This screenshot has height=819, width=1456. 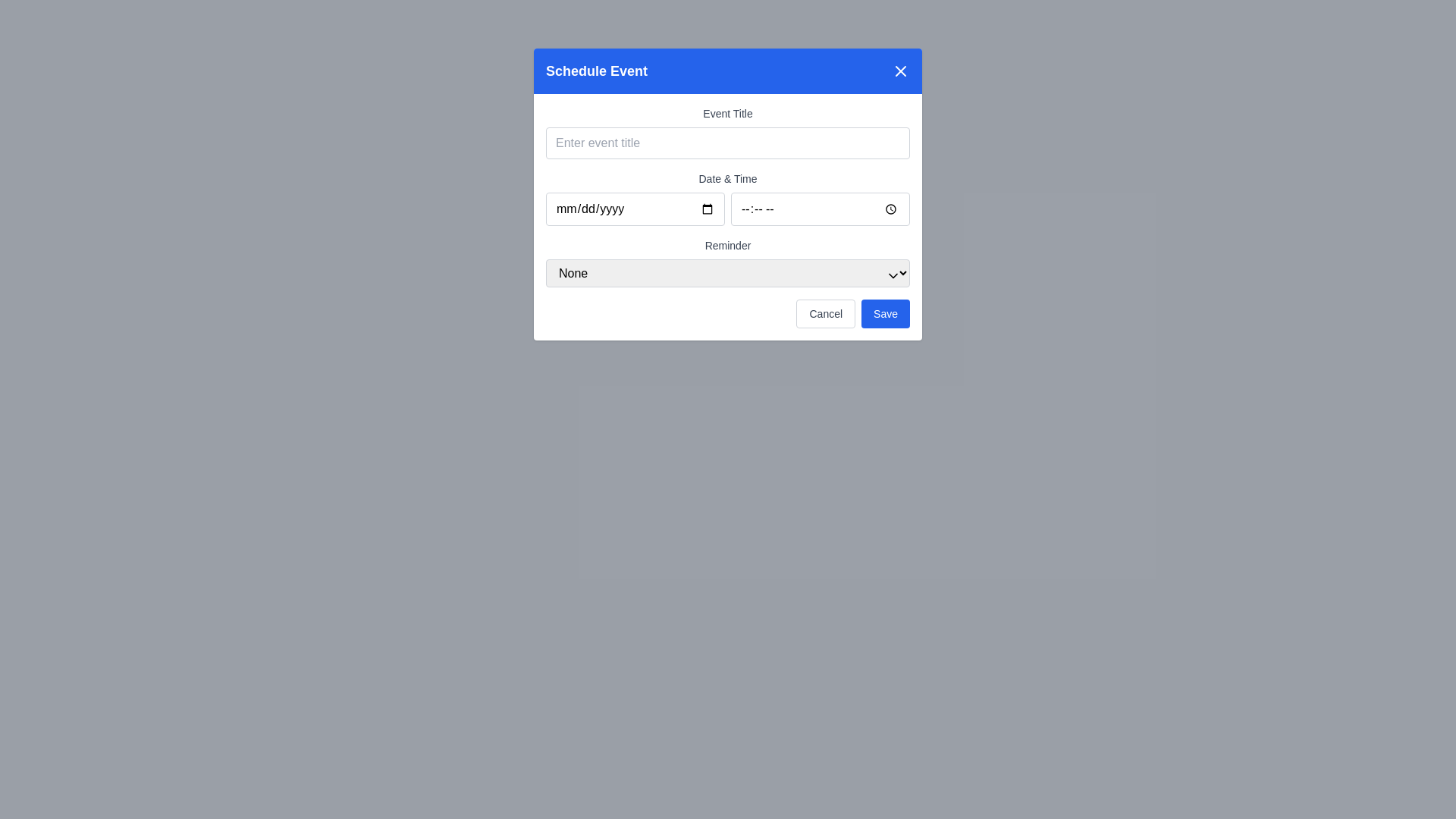 What do you see at coordinates (728, 262) in the screenshot?
I see `the dropdown menu for selecting reminder options in the 'Schedule Event' form` at bounding box center [728, 262].